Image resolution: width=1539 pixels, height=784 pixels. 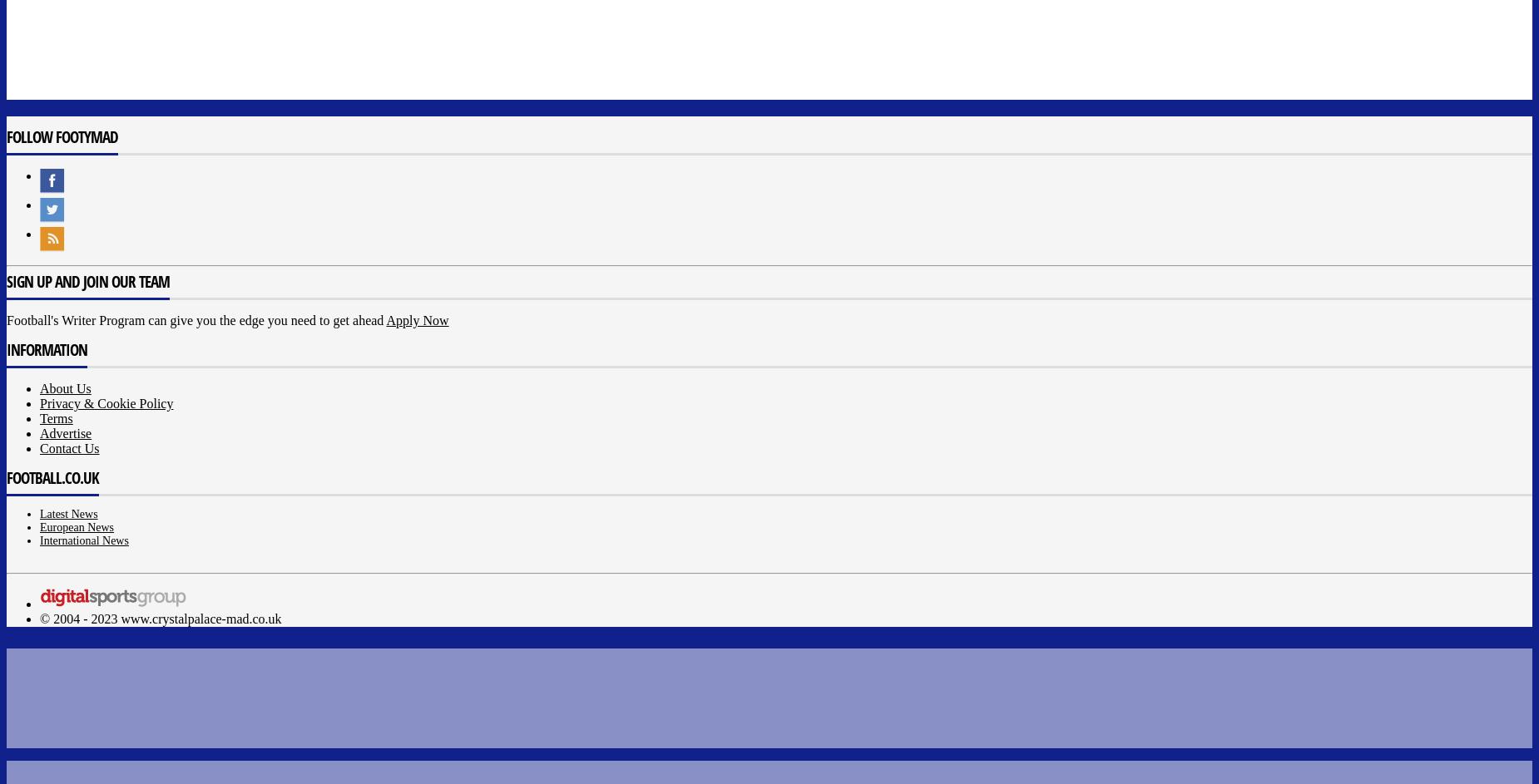 What do you see at coordinates (159, 619) in the screenshot?
I see `'© 2004 - 2023 www.crystalpalace-mad.co.uk'` at bounding box center [159, 619].